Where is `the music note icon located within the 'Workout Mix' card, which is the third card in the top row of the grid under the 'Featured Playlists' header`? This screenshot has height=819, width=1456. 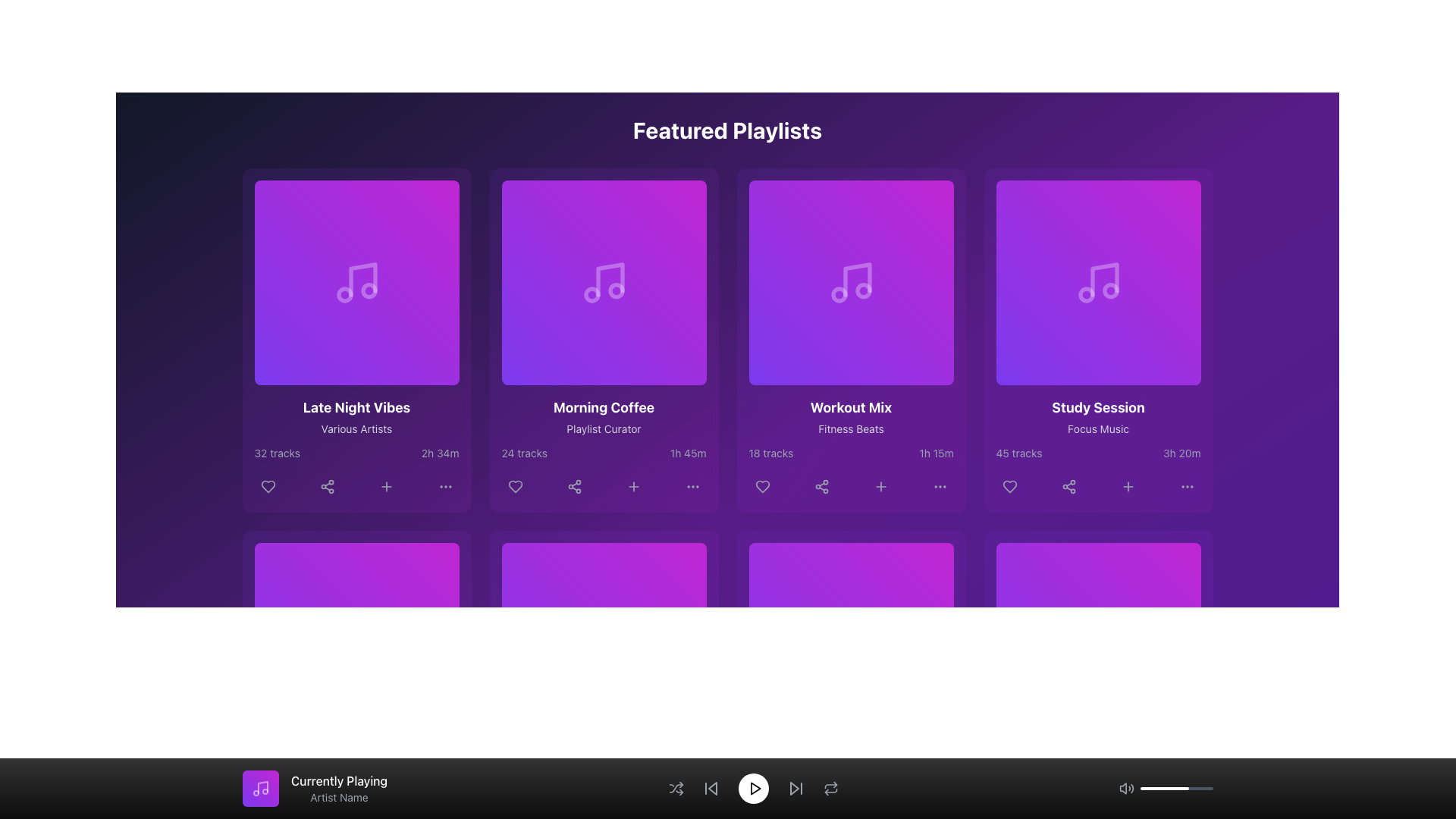 the music note icon located within the 'Workout Mix' card, which is the third card in the top row of the grid under the 'Featured Playlists' header is located at coordinates (857, 280).